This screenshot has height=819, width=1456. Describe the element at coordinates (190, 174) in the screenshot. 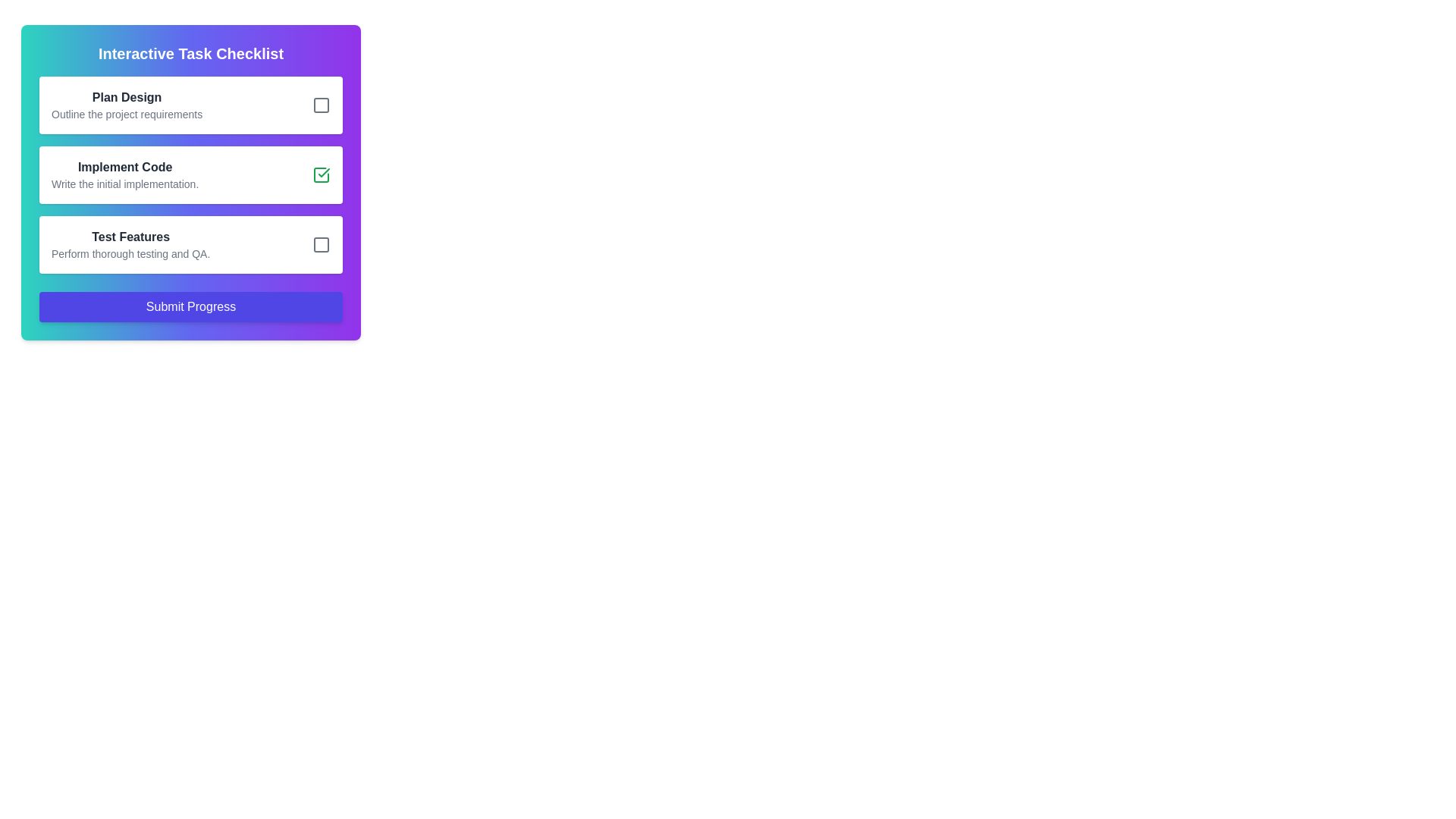

I see `the checklist item labeled 'Implement Code'` at that location.